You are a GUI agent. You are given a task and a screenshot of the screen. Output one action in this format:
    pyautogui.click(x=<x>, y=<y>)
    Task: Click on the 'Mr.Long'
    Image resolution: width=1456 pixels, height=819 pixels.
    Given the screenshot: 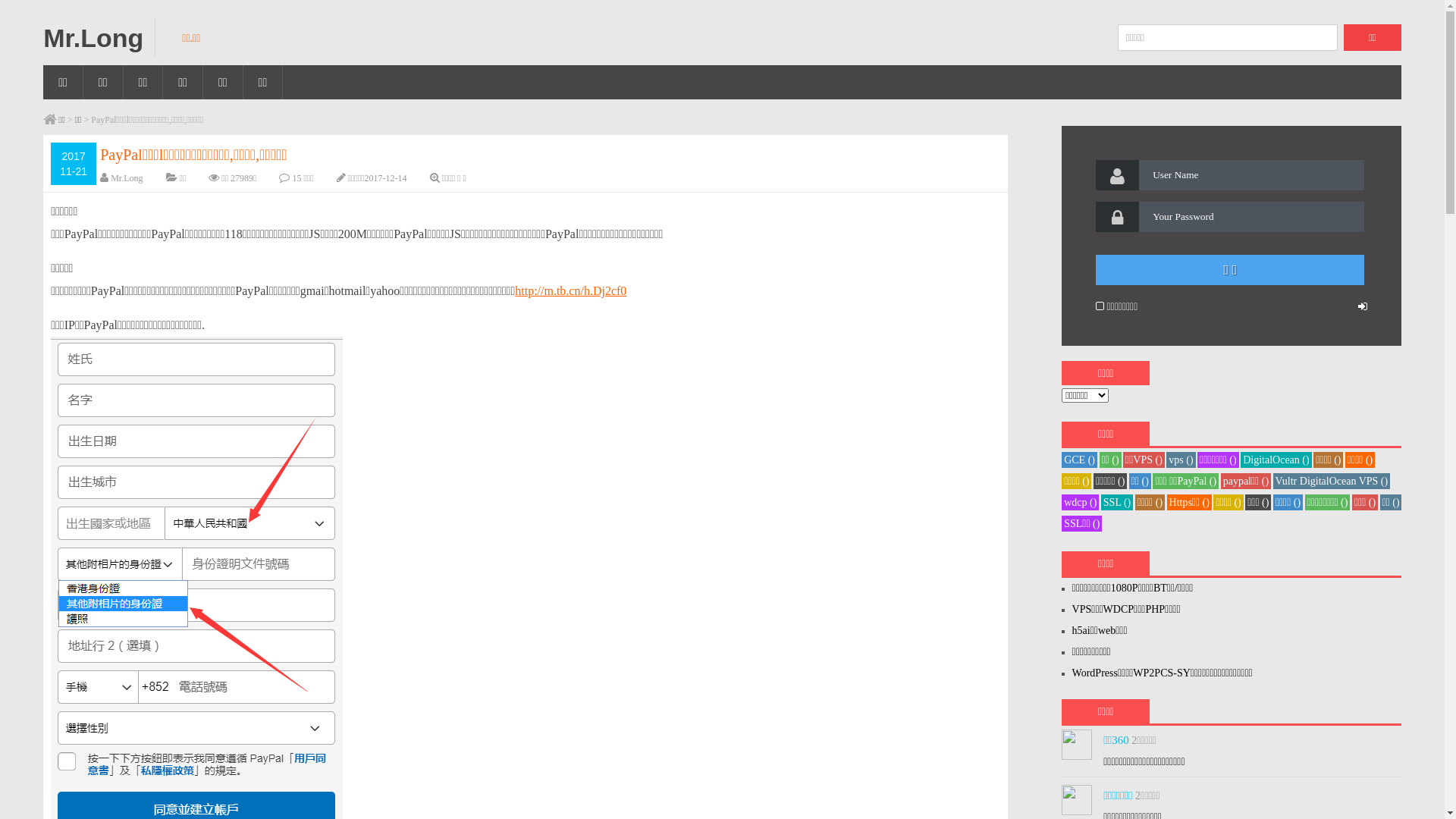 What is the action you would take?
    pyautogui.click(x=43, y=37)
    